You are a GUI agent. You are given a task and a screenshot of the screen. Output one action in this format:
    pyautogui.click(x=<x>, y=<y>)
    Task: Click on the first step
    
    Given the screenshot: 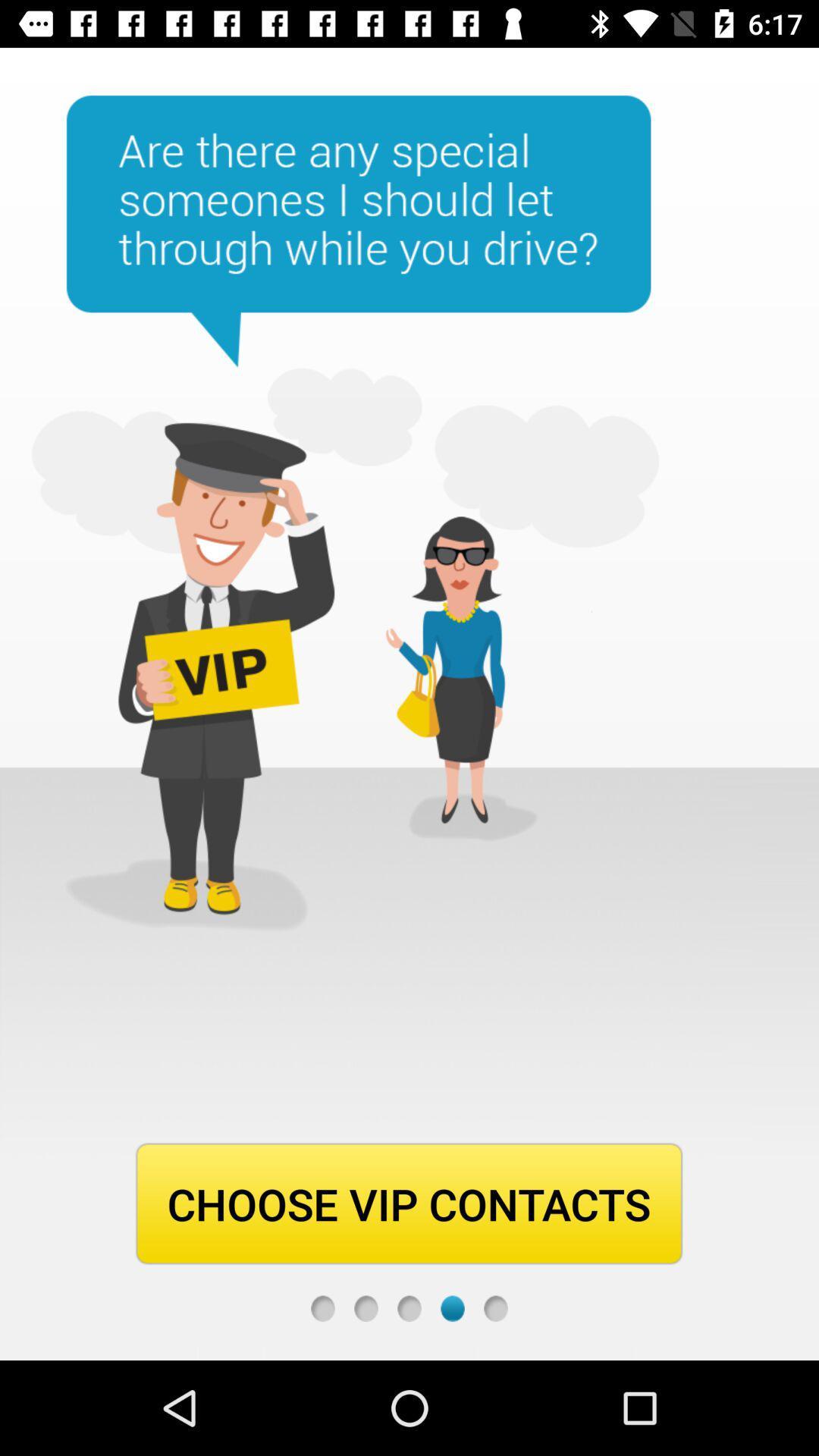 What is the action you would take?
    pyautogui.click(x=322, y=1307)
    